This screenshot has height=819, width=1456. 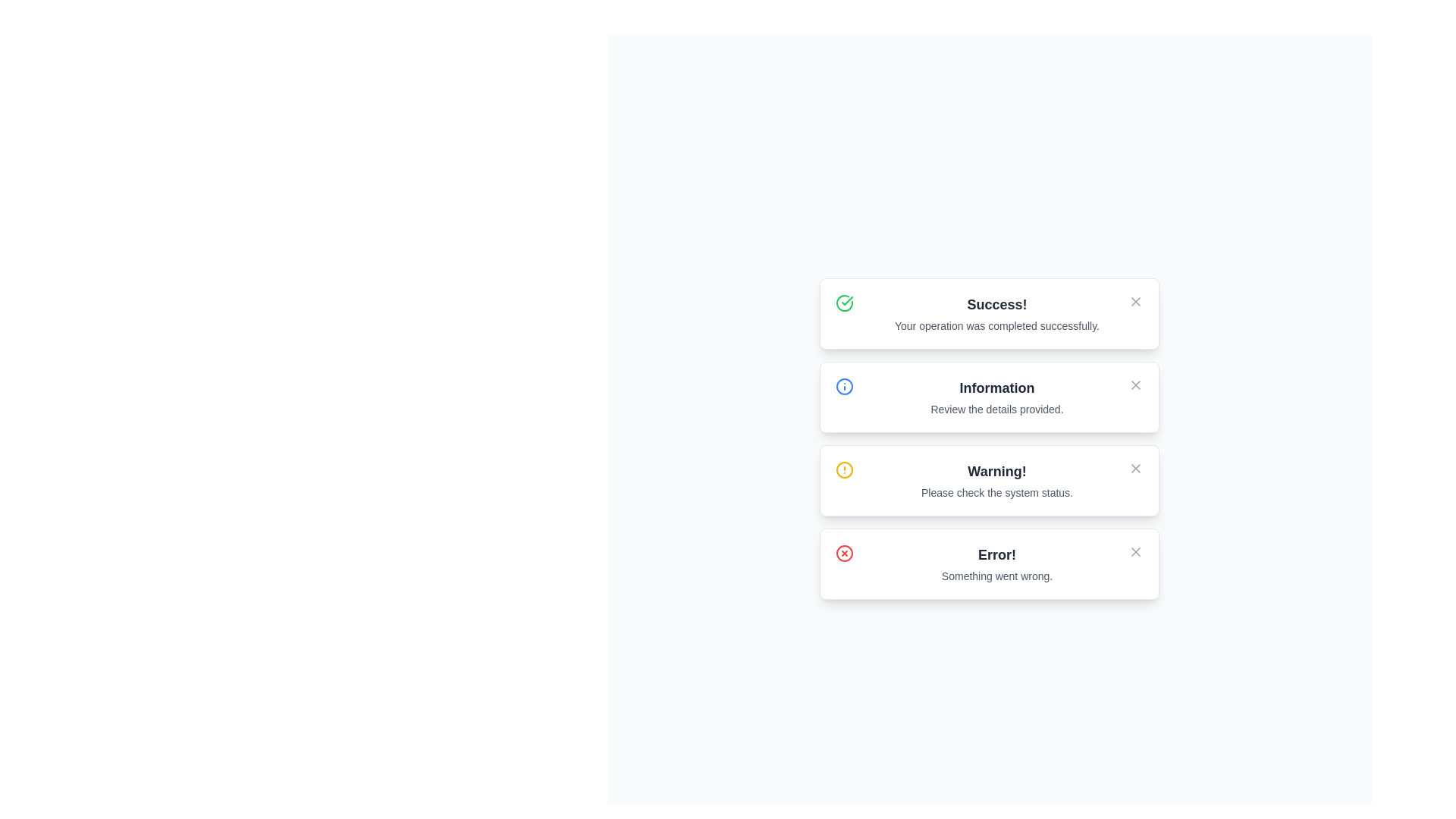 What do you see at coordinates (997, 397) in the screenshot?
I see `the Textual display element titled 'Information' which includes the subtitle 'Review the details provided.'` at bounding box center [997, 397].